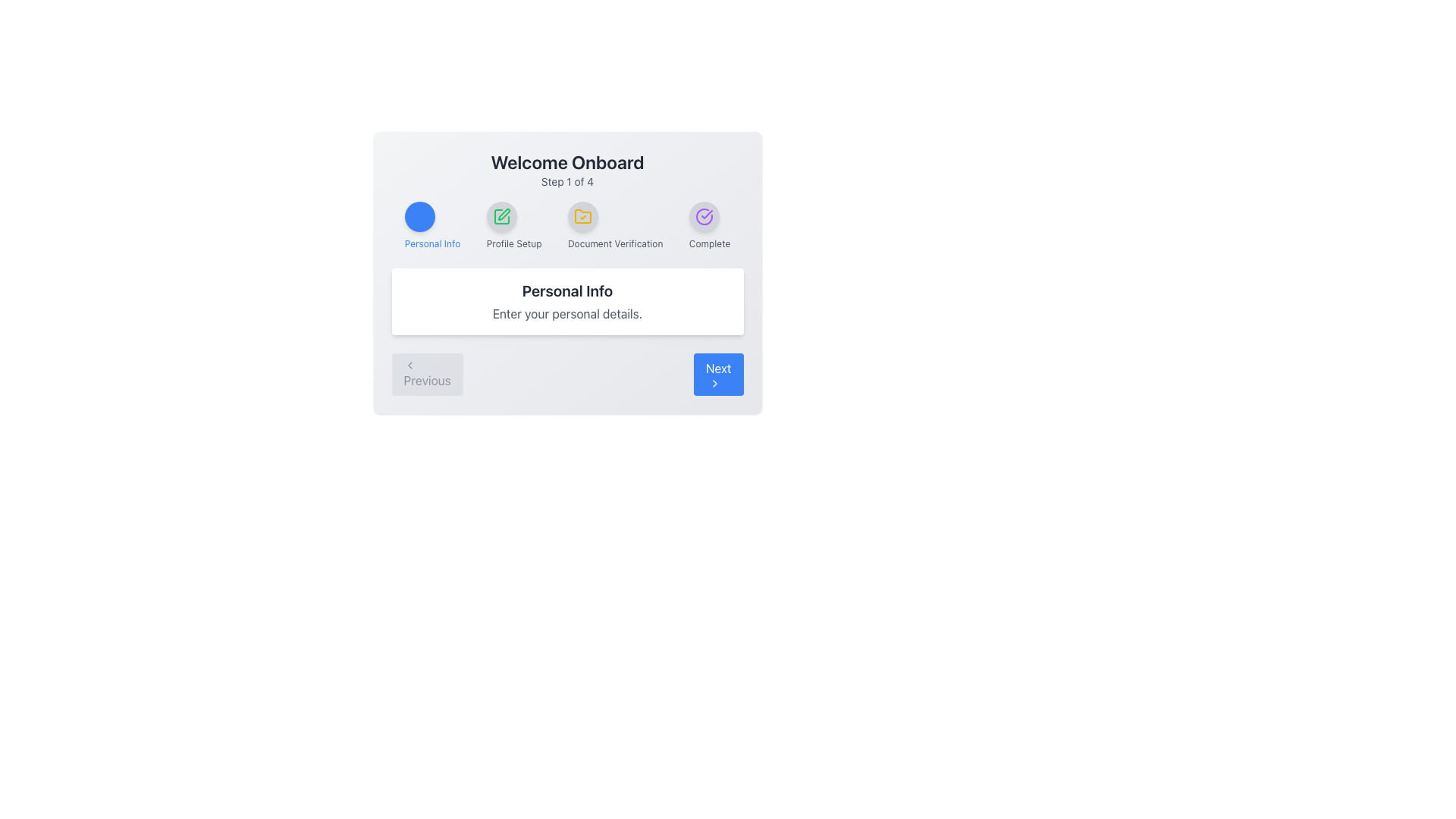 This screenshot has width=1456, height=819. Describe the element at coordinates (706, 214) in the screenshot. I see `the checkmark icon that signifies the completion of a process, located on the rightmost side among the step icons under the 'Complete' title` at that location.